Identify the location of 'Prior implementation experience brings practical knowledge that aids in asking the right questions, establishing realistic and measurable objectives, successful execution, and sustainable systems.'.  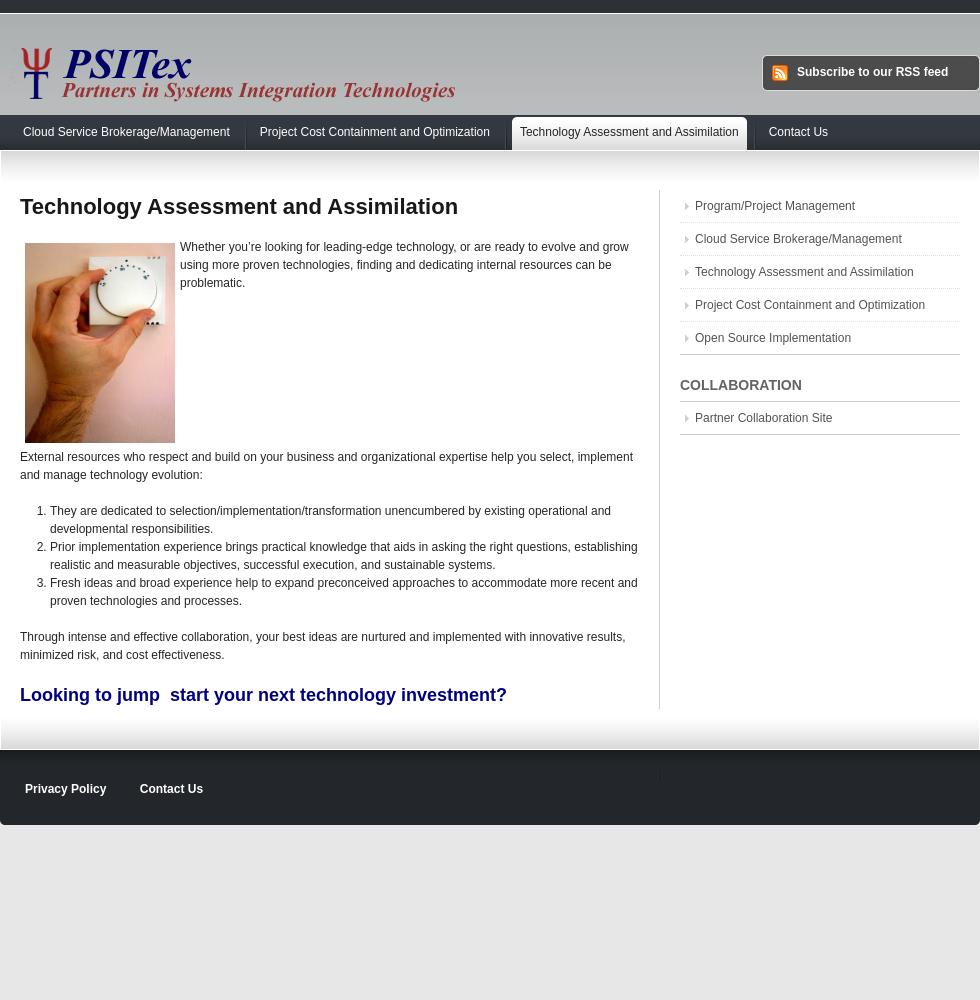
(343, 556).